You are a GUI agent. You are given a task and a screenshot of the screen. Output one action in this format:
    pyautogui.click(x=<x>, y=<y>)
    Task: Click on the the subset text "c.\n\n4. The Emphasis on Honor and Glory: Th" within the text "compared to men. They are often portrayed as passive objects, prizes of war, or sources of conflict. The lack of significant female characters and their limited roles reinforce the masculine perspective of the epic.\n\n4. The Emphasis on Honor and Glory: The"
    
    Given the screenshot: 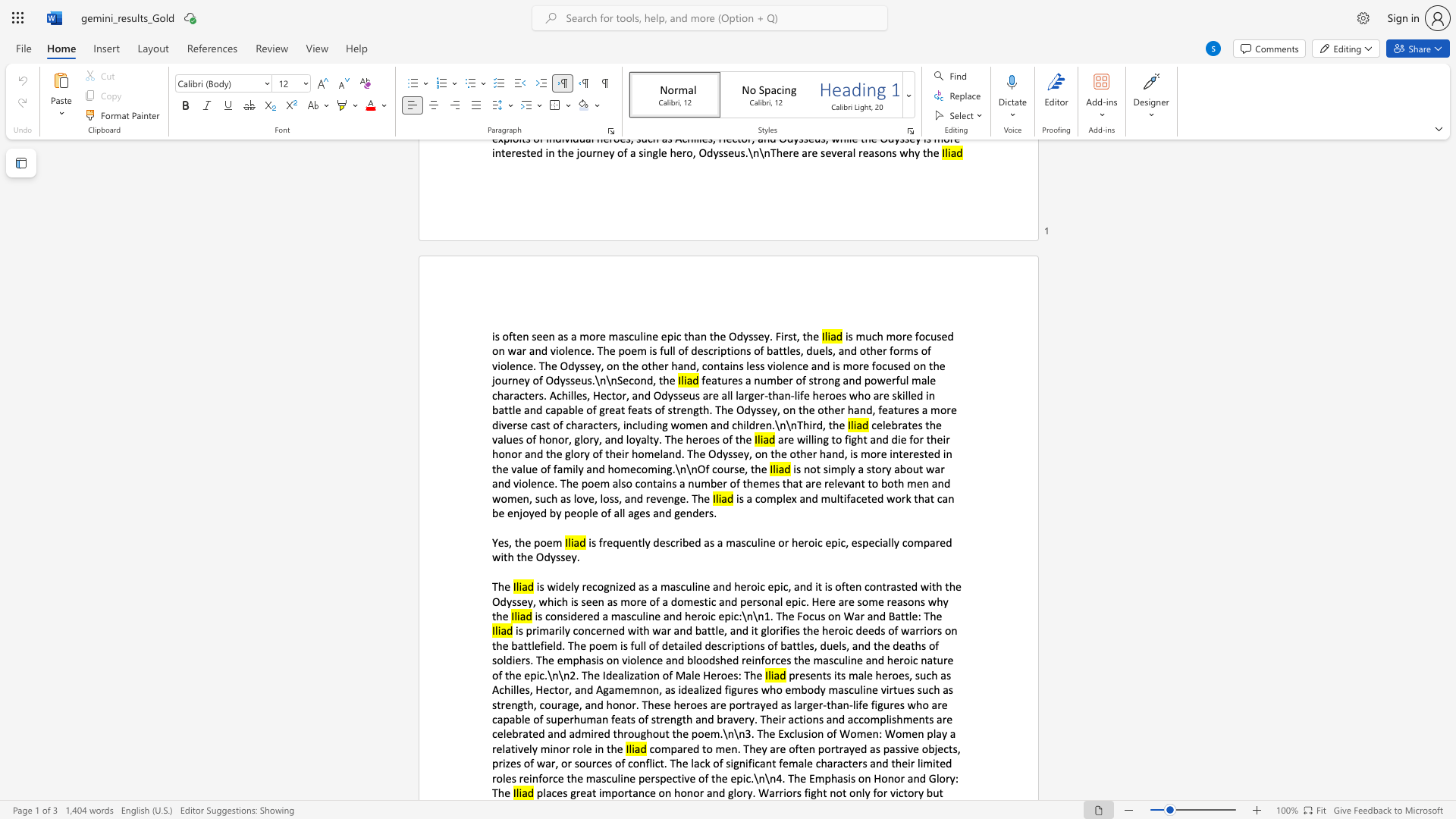 What is the action you would take?
    pyautogui.click(x=745, y=778)
    